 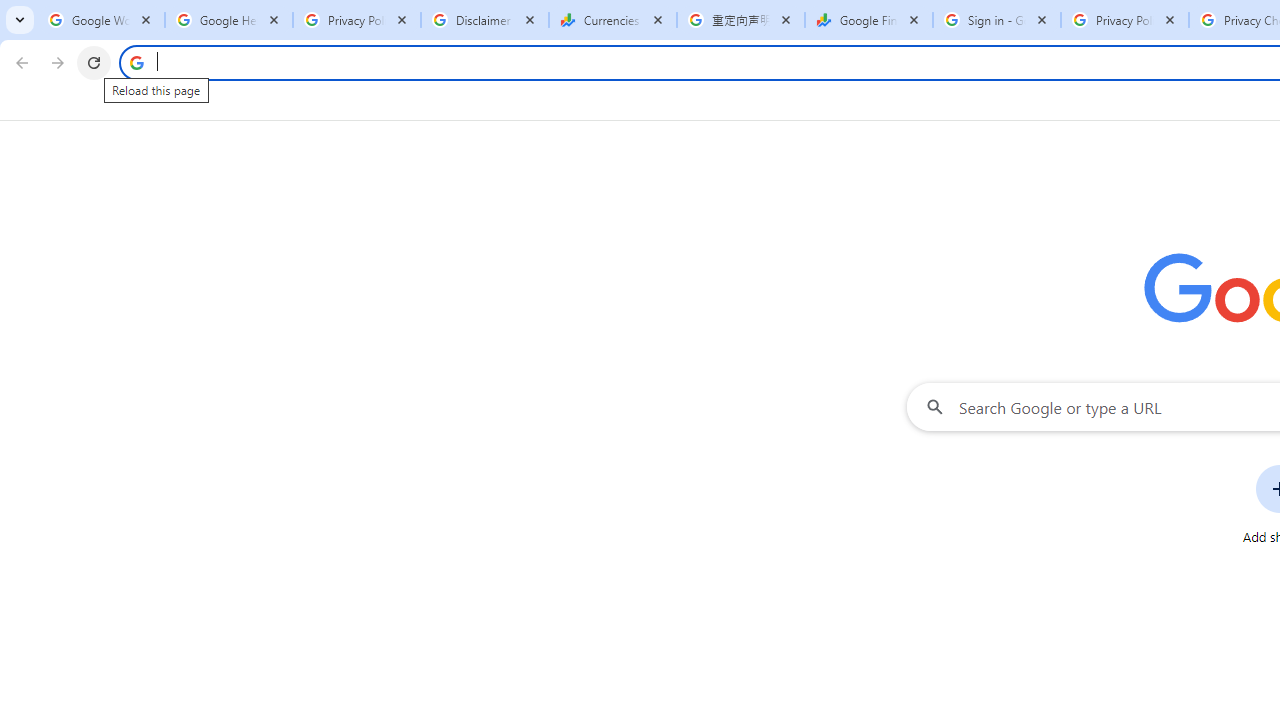 What do you see at coordinates (612, 20) in the screenshot?
I see `'Currencies - Google Finance'` at bounding box center [612, 20].